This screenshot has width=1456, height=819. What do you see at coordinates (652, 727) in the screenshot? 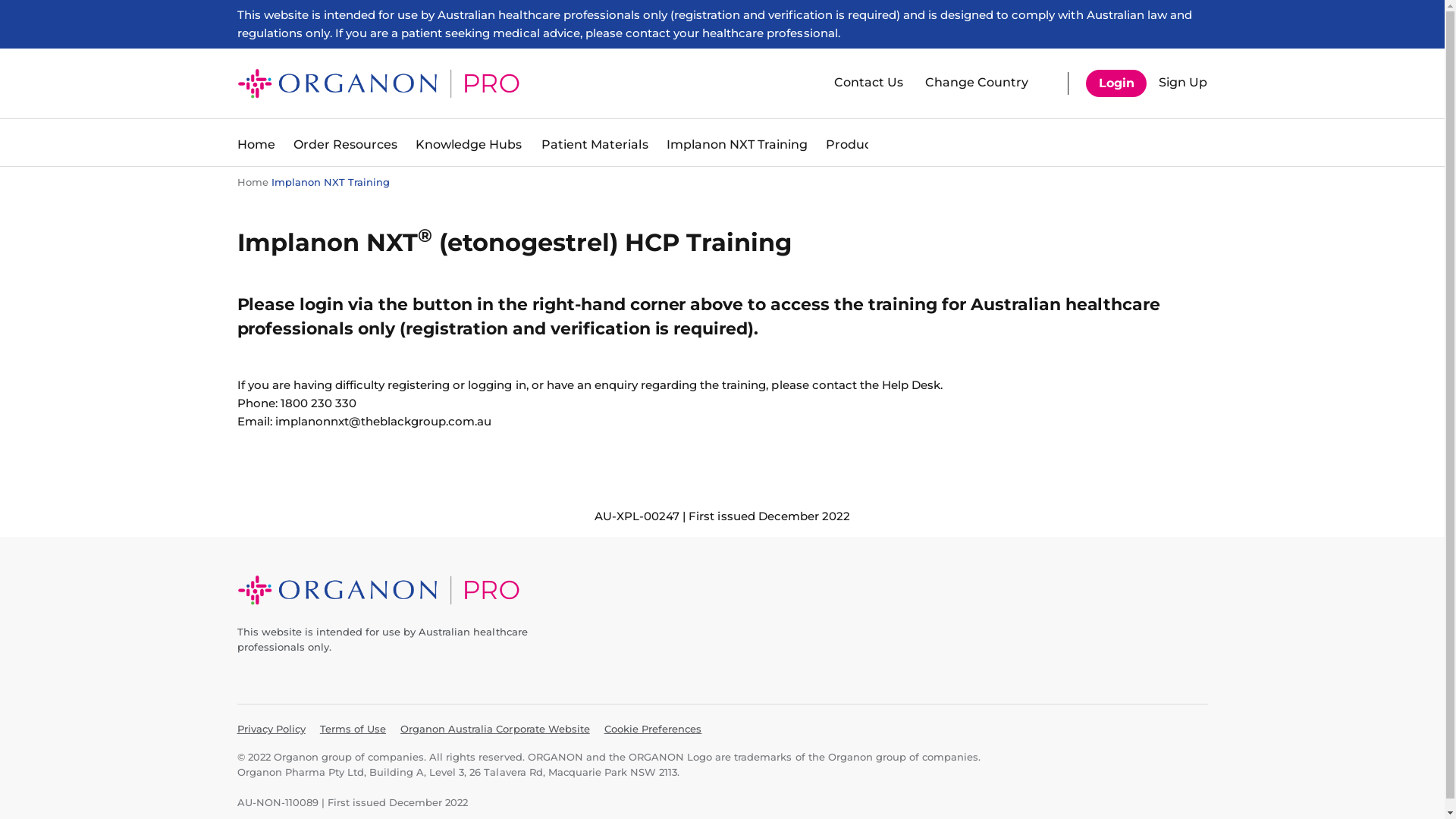
I see `'Cookie Preferences'` at bounding box center [652, 727].